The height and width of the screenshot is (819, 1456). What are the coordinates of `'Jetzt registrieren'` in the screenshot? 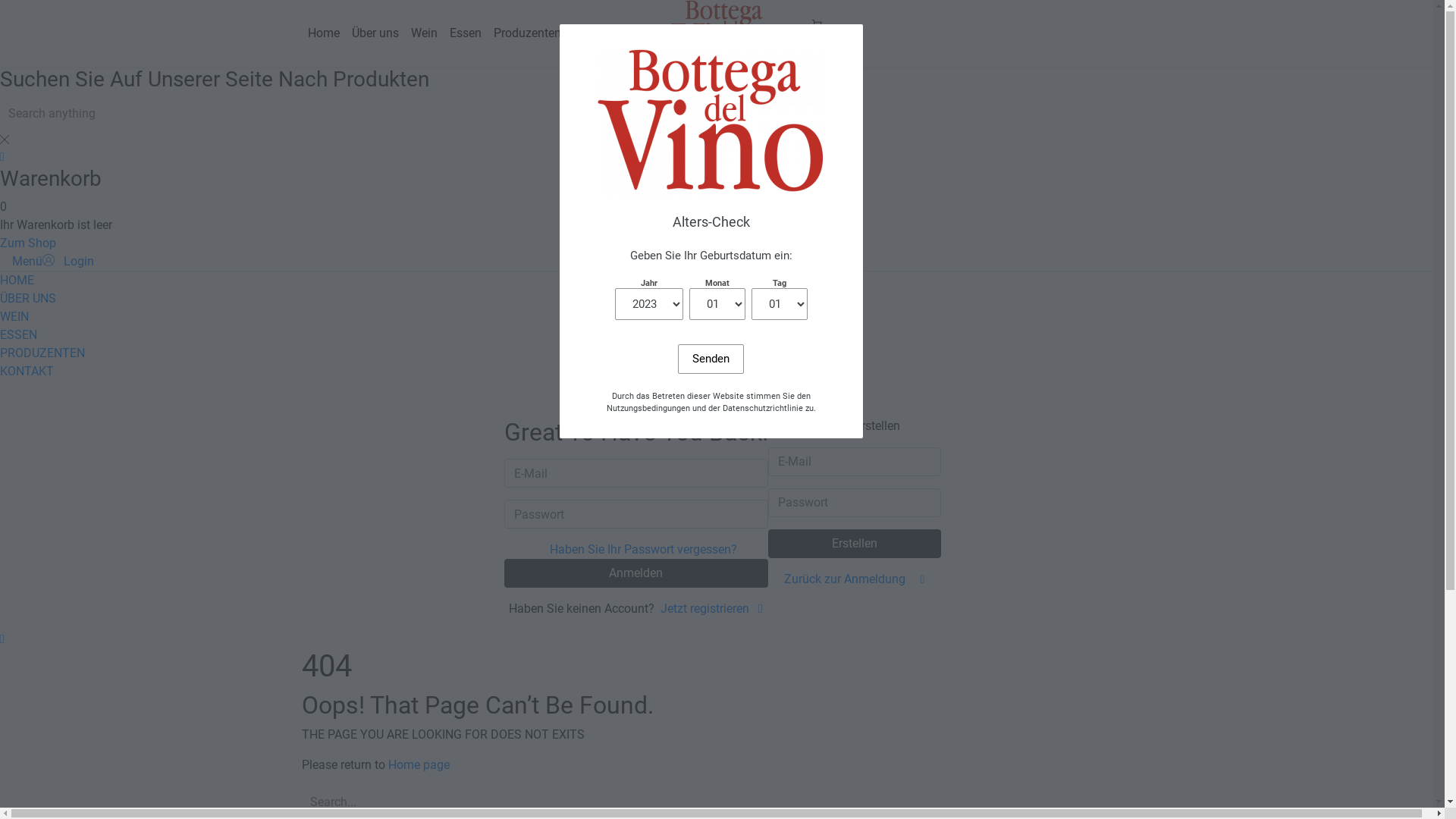 It's located at (660, 607).